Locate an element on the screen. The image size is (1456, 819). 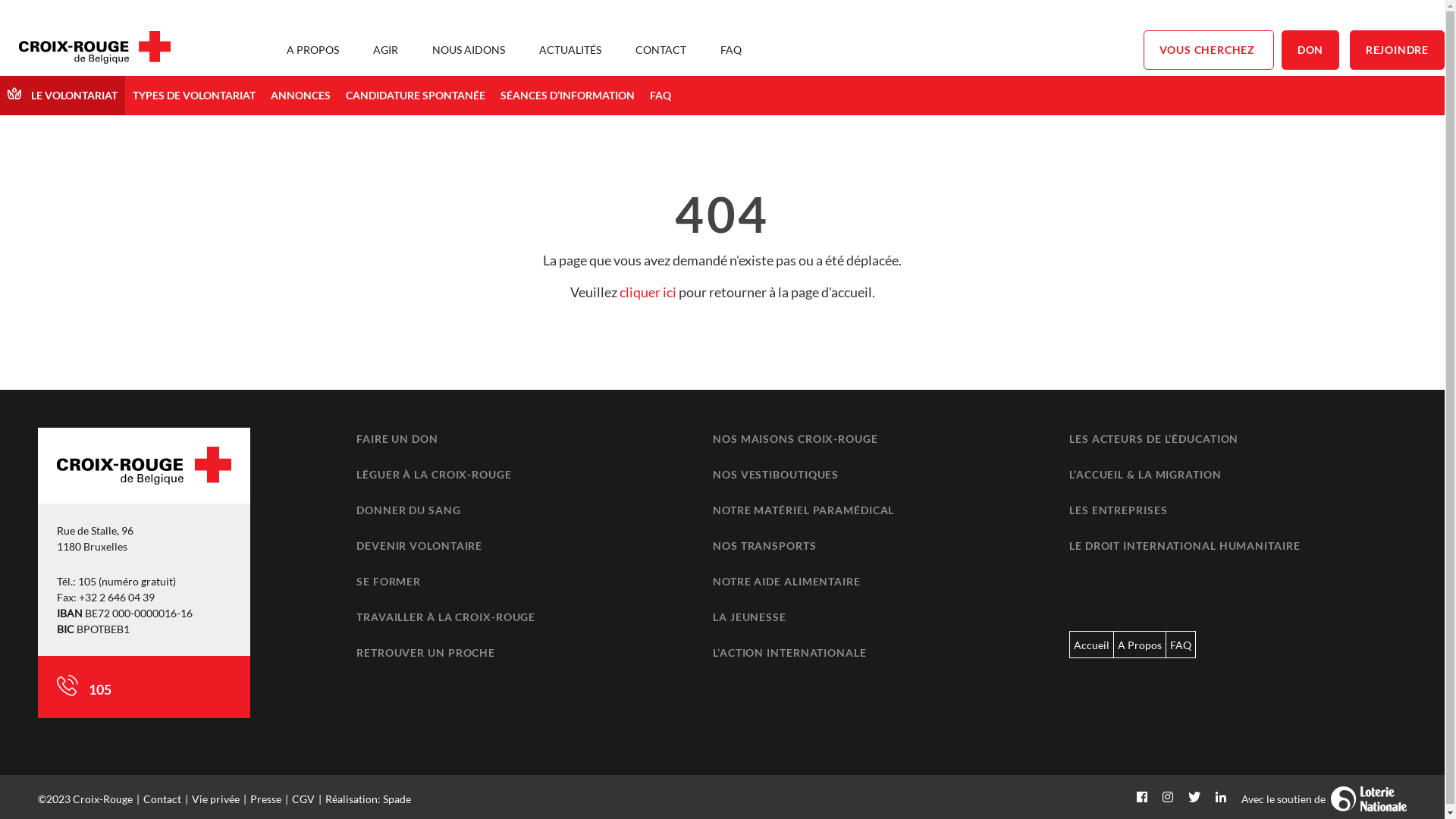
'FAQ' is located at coordinates (1169, 645).